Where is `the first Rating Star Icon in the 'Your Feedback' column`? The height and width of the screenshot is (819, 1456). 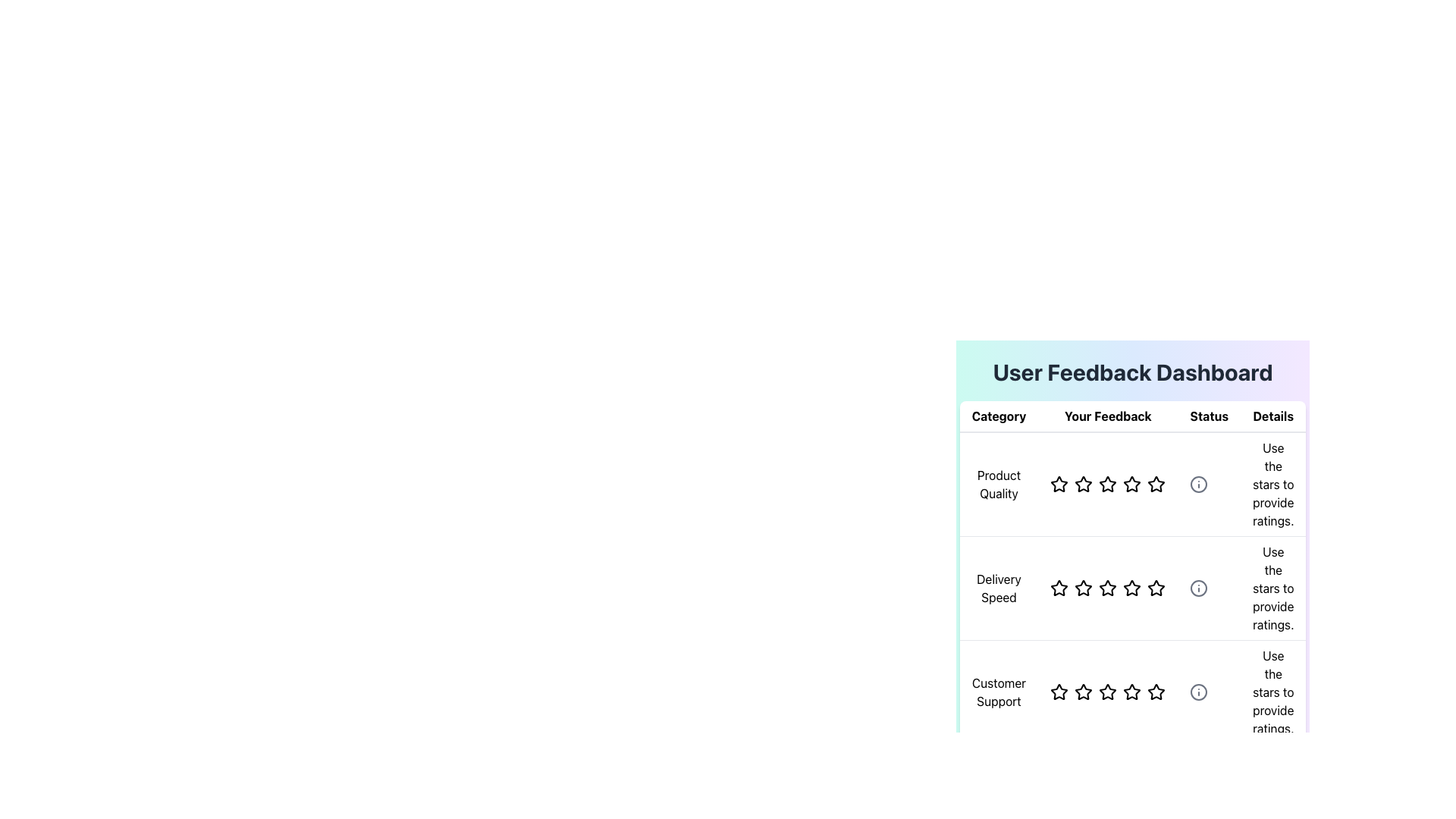
the first Rating Star Icon in the 'Your Feedback' column is located at coordinates (1059, 485).